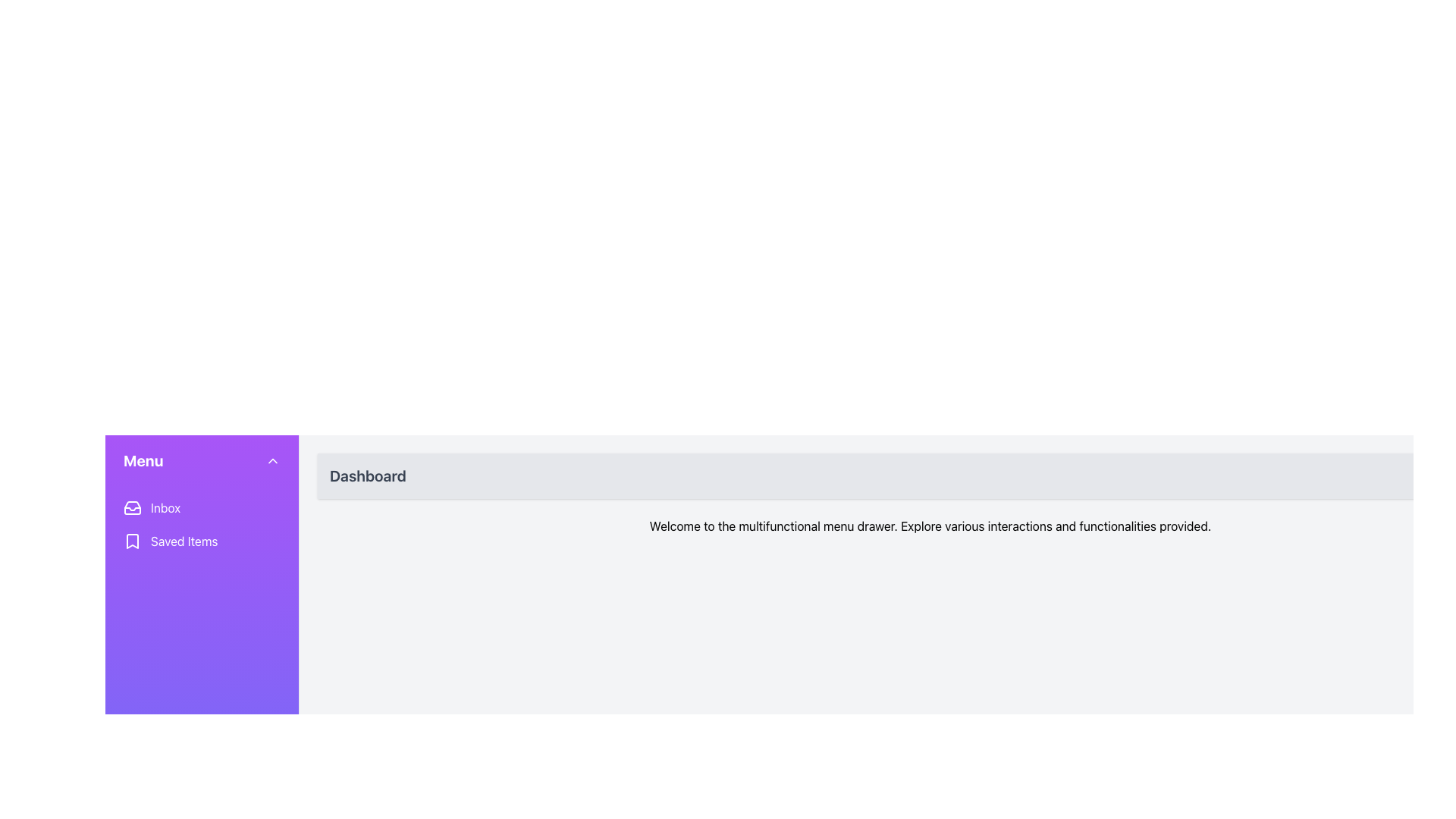 The image size is (1456, 819). What do you see at coordinates (132, 508) in the screenshot?
I see `the 'Inbox' icon, which is the first icon in the vertical list on the left side of the interface` at bounding box center [132, 508].